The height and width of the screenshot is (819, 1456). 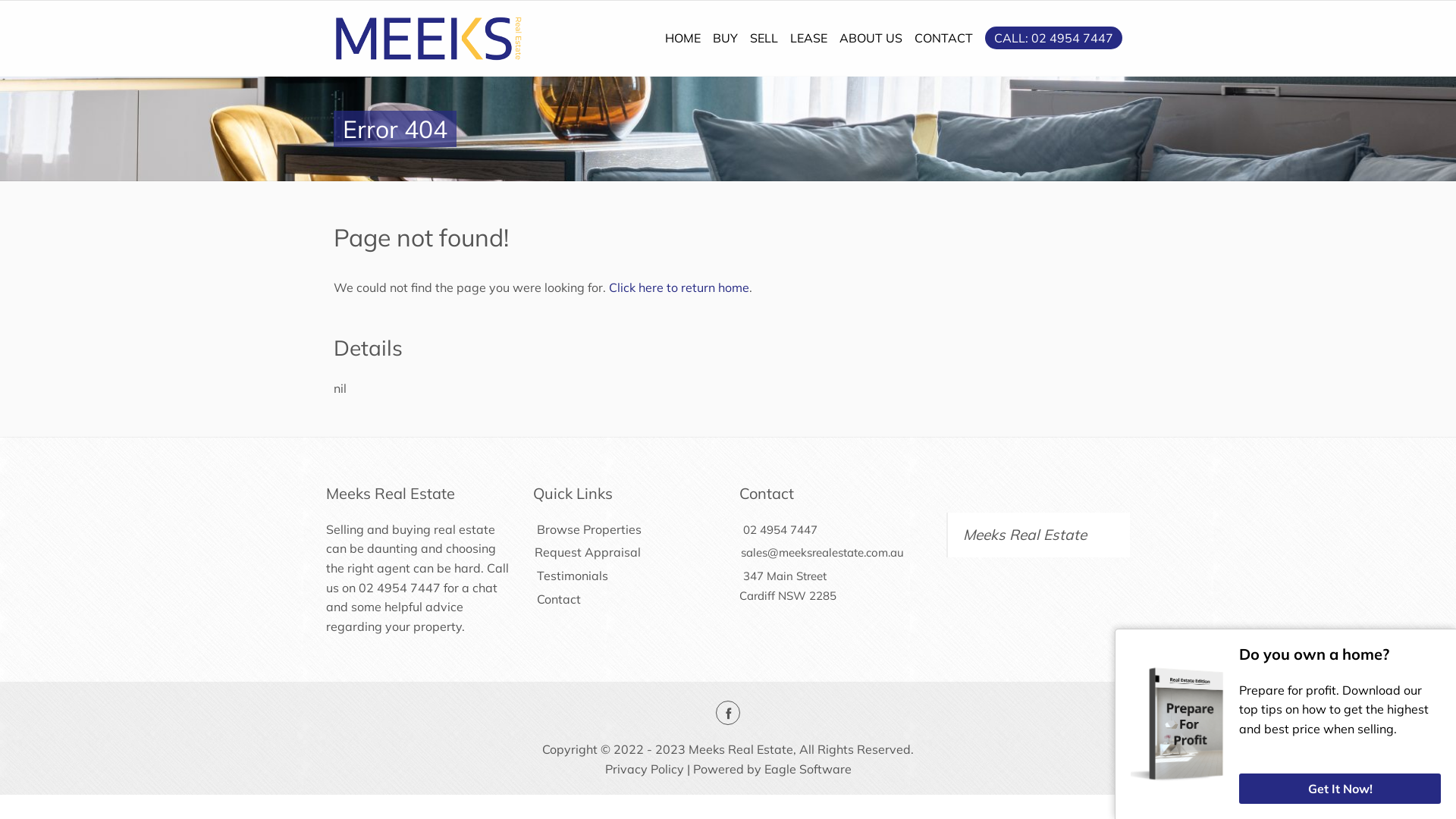 What do you see at coordinates (400, 587) in the screenshot?
I see `'02 4954 7447'` at bounding box center [400, 587].